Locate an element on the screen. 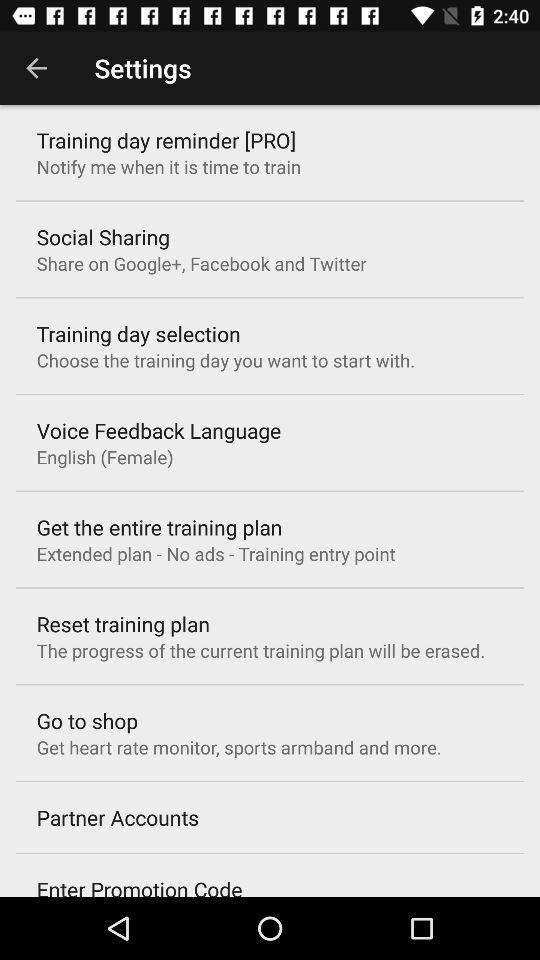 Image resolution: width=540 pixels, height=960 pixels. icon below the training day reminder icon is located at coordinates (167, 165).